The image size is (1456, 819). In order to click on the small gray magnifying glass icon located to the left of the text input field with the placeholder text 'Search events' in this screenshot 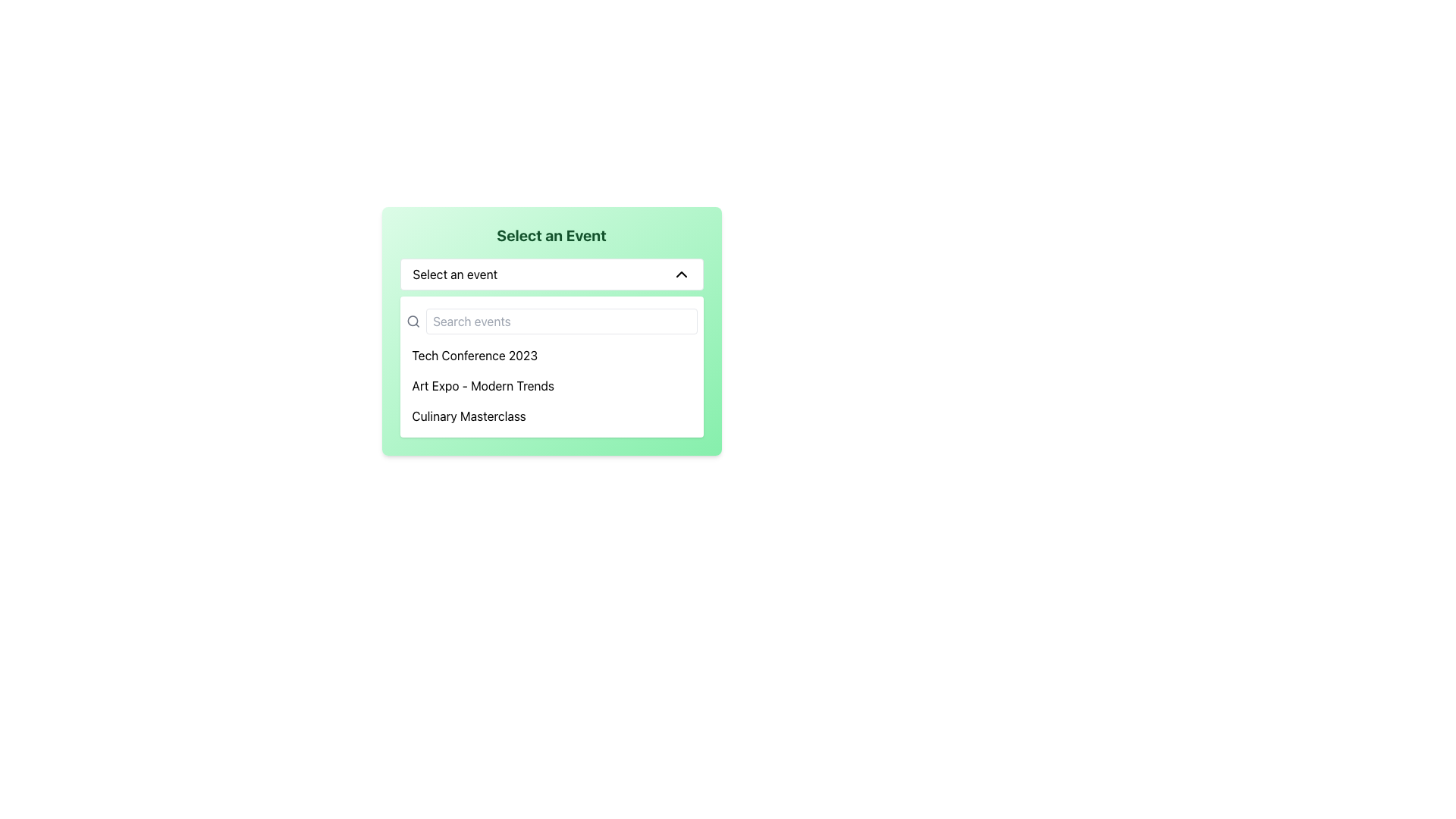, I will do `click(413, 321)`.